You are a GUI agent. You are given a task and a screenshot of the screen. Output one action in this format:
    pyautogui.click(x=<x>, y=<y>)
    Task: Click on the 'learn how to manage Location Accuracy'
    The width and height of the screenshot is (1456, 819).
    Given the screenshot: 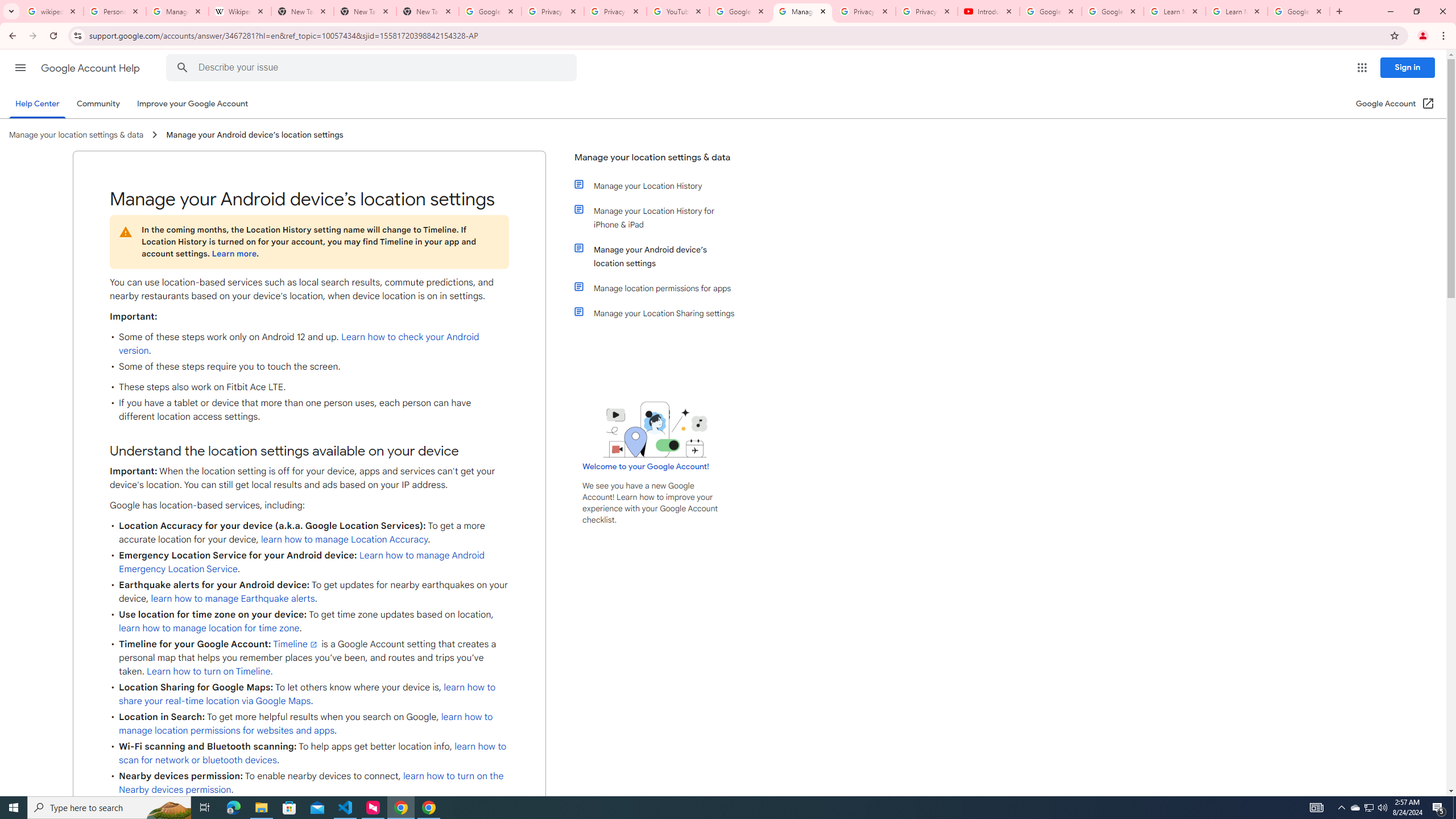 What is the action you would take?
    pyautogui.click(x=344, y=539)
    